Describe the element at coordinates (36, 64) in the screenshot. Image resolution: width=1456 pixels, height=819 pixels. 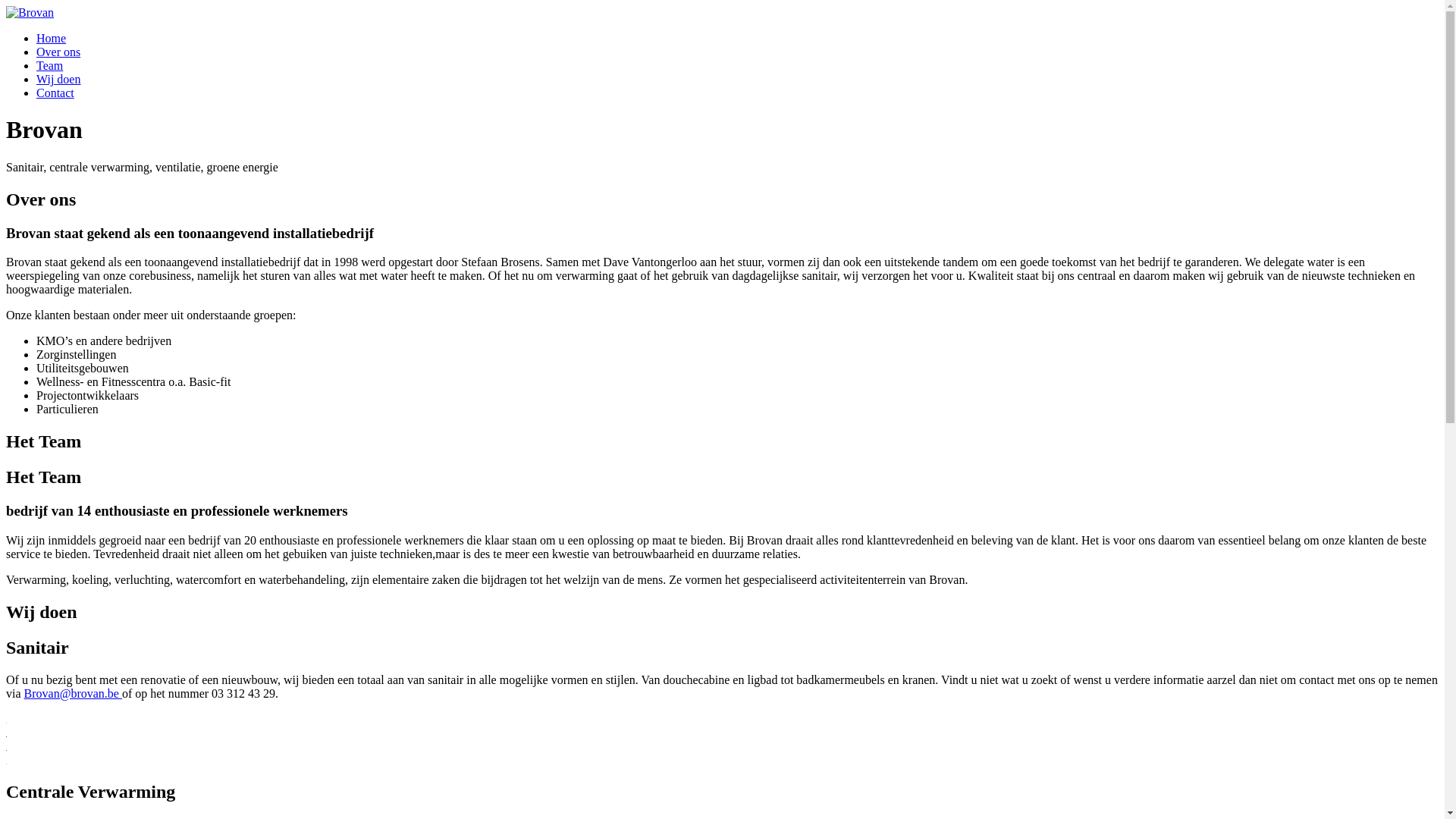
I see `'Team'` at that location.